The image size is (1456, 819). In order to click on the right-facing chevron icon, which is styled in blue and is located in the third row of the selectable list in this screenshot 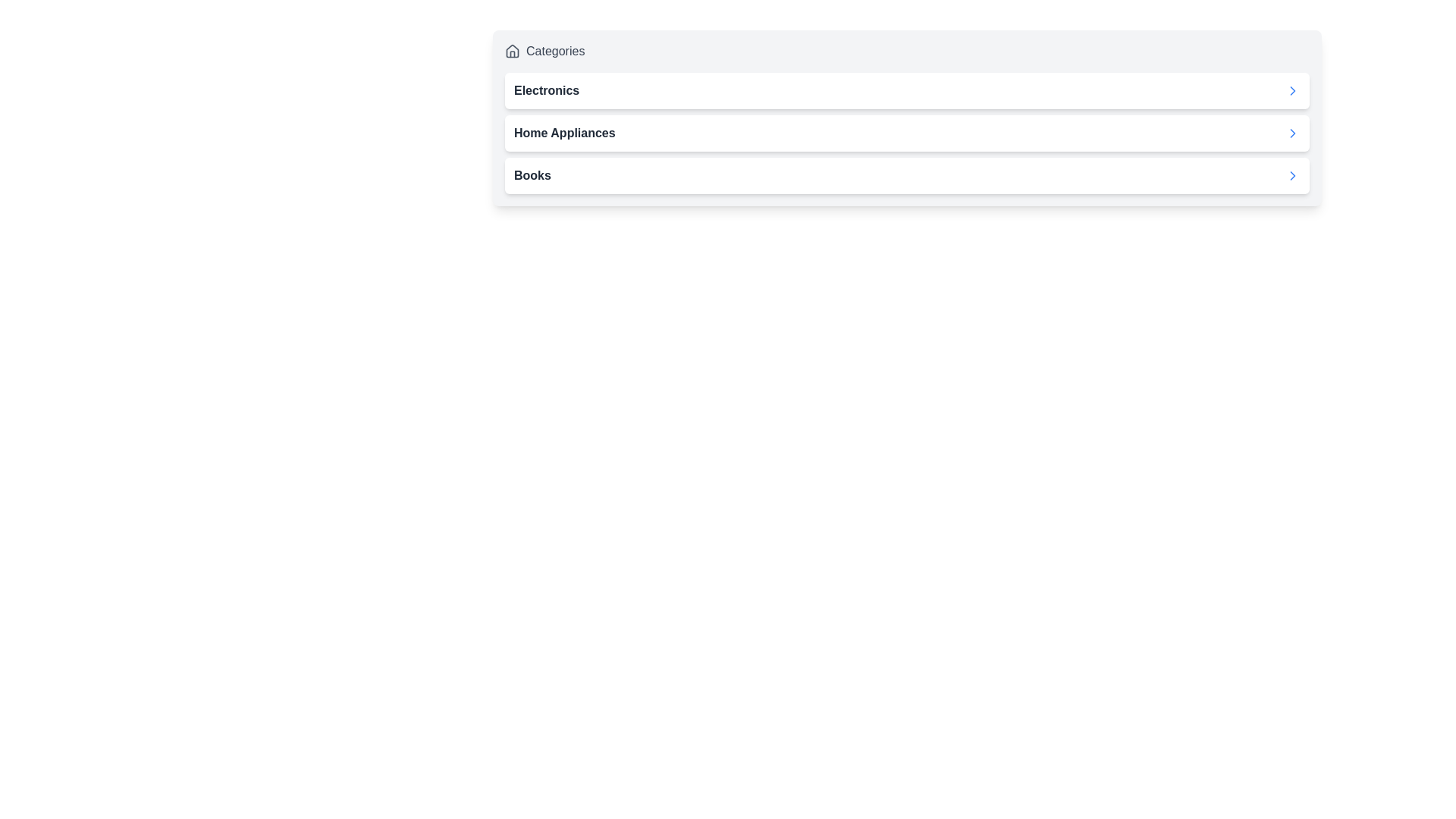, I will do `click(1291, 133)`.